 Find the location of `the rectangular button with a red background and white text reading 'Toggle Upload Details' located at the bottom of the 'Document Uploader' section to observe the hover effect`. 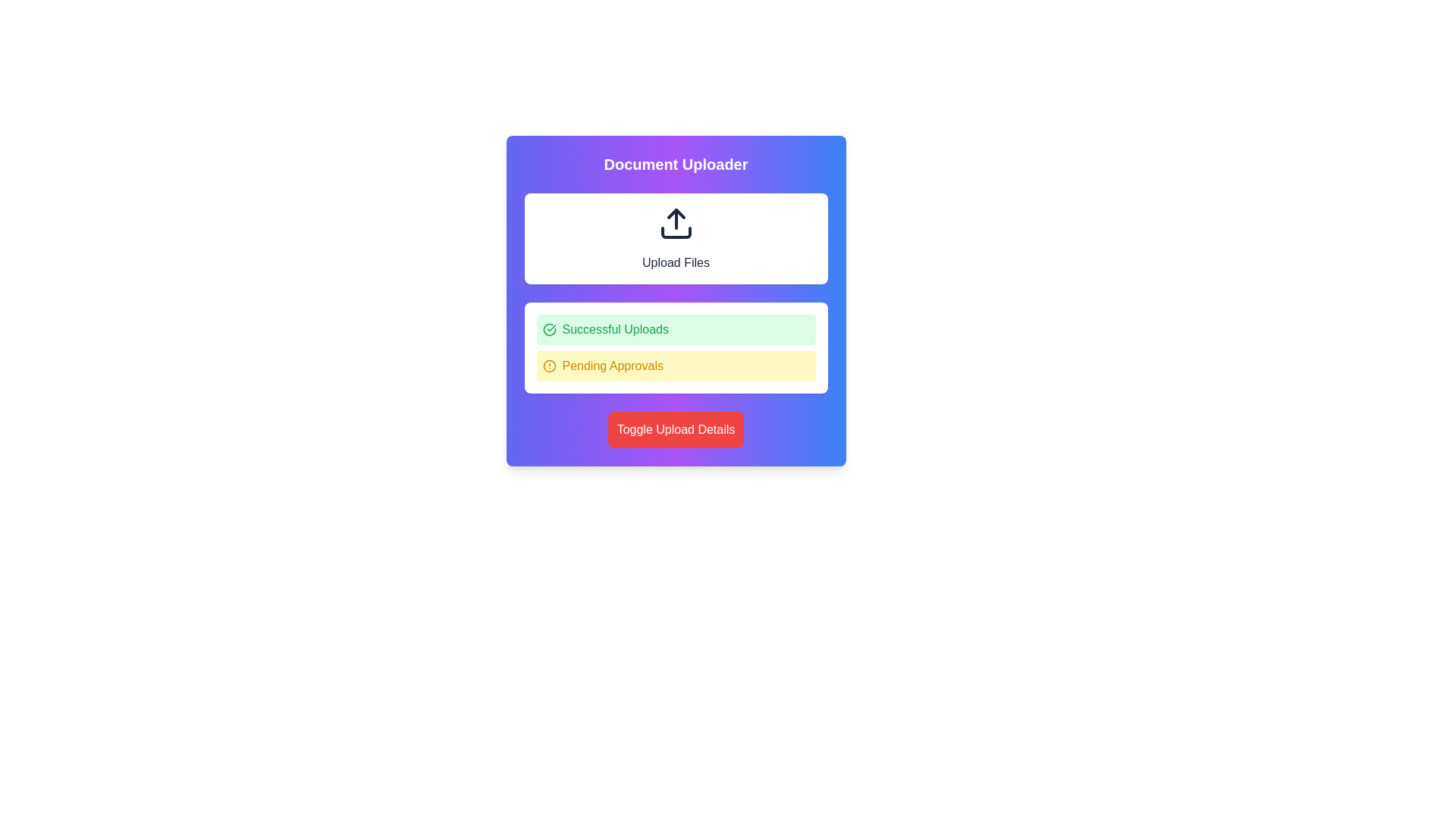

the rectangular button with a red background and white text reading 'Toggle Upload Details' located at the bottom of the 'Document Uploader' section to observe the hover effect is located at coordinates (675, 430).